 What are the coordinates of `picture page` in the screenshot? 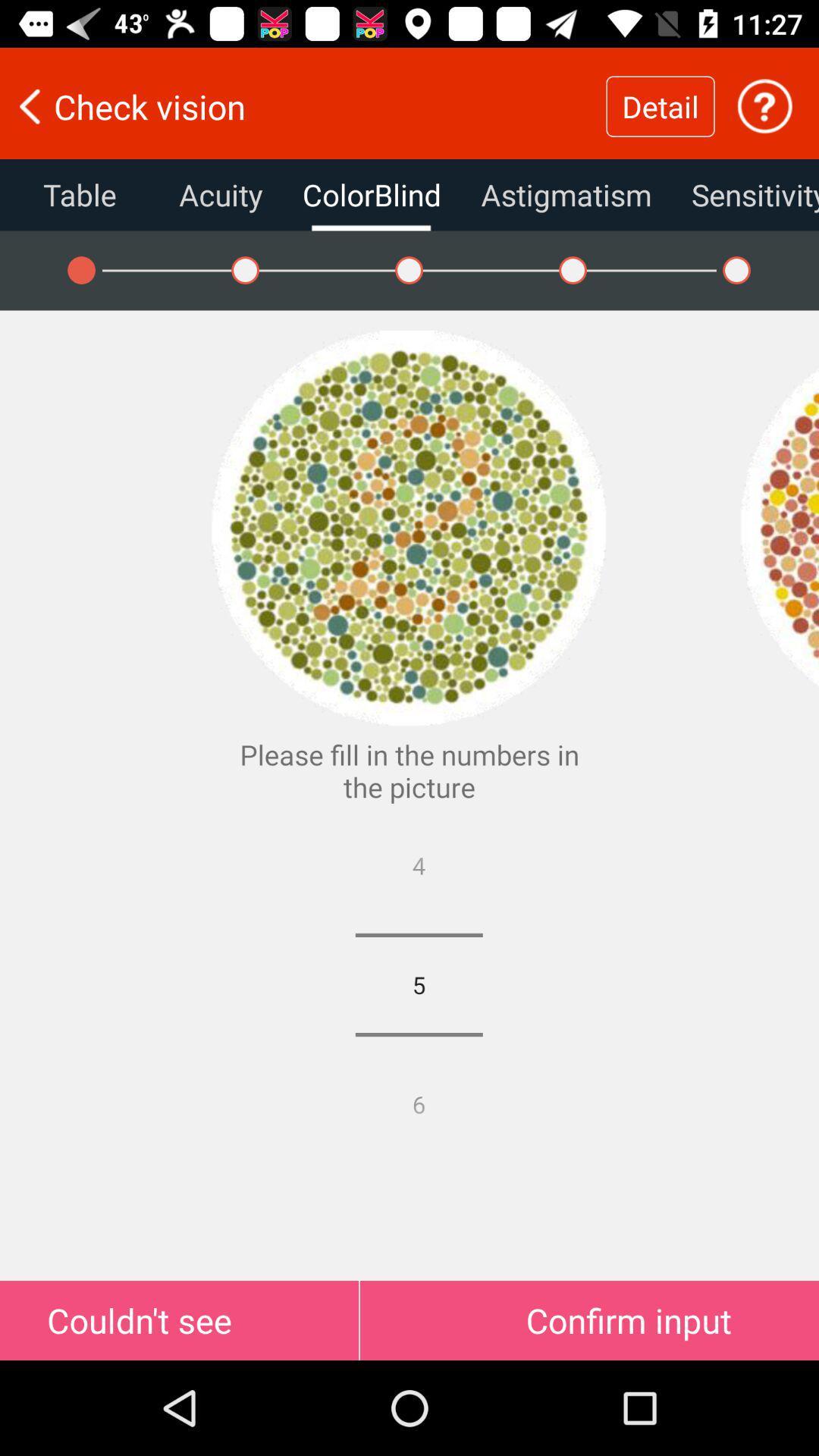 It's located at (764, 105).